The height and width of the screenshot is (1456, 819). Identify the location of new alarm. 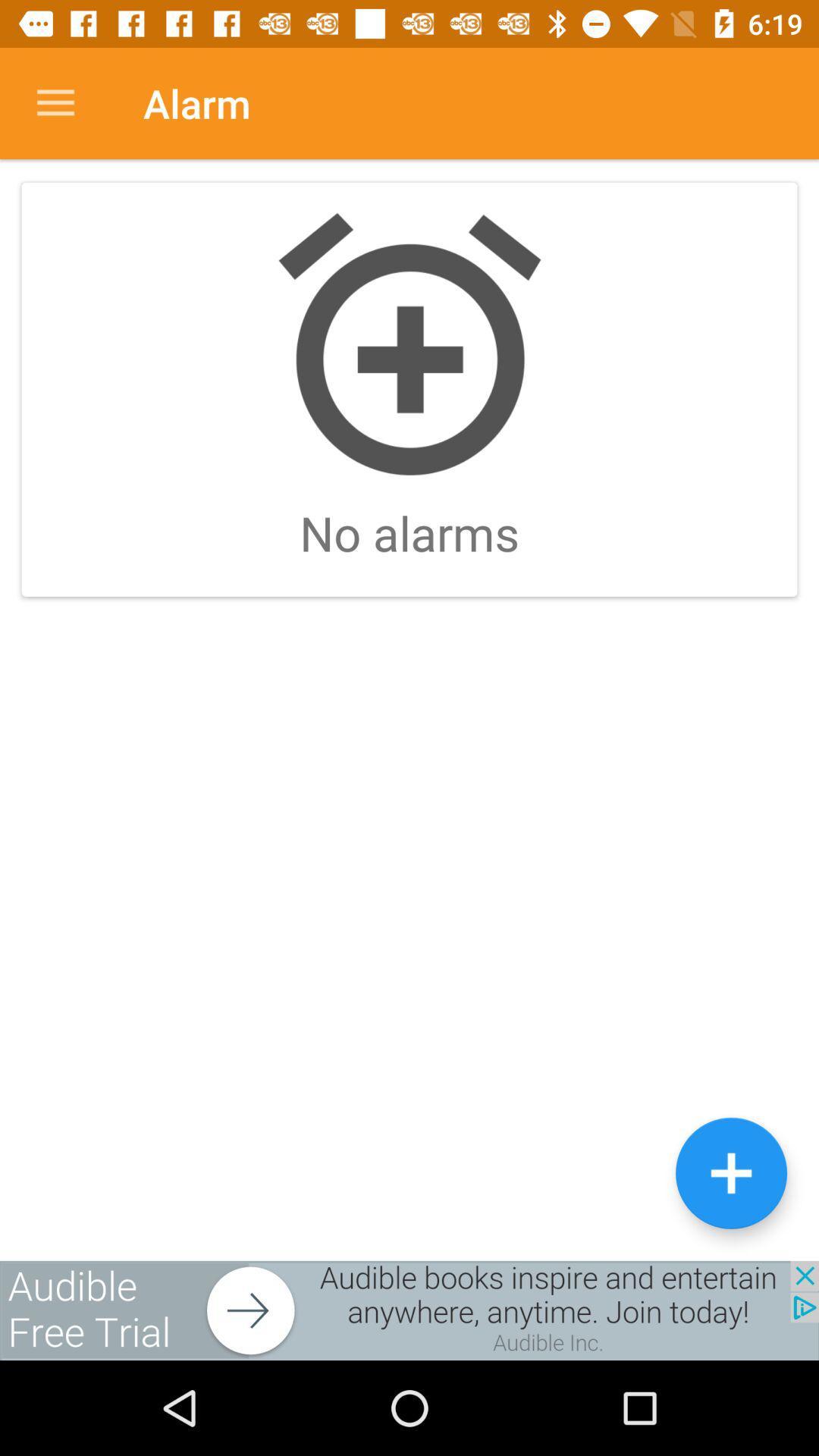
(730, 1172).